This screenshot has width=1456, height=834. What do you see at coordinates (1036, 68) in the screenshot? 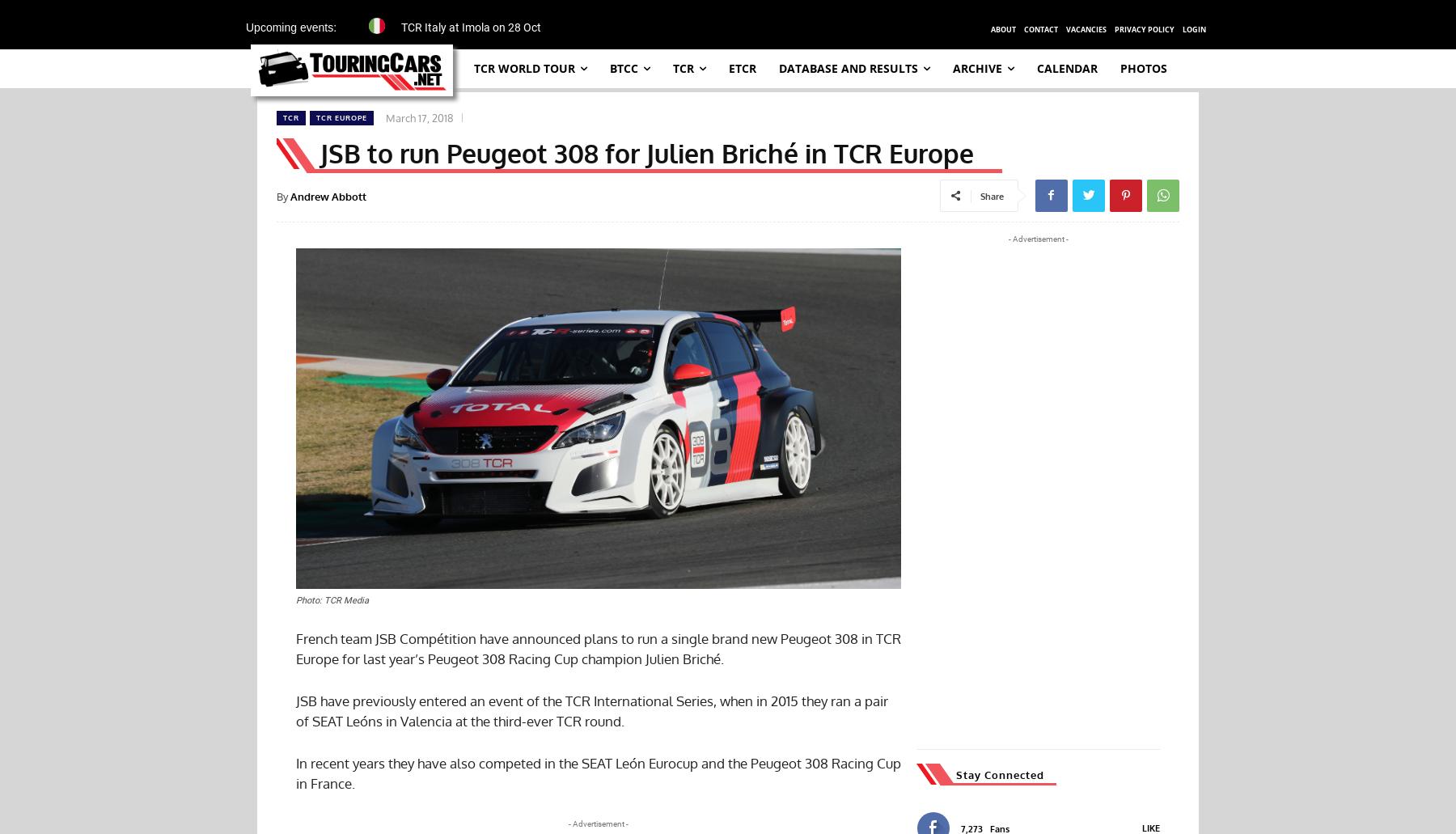
I see `'Calendar'` at bounding box center [1036, 68].